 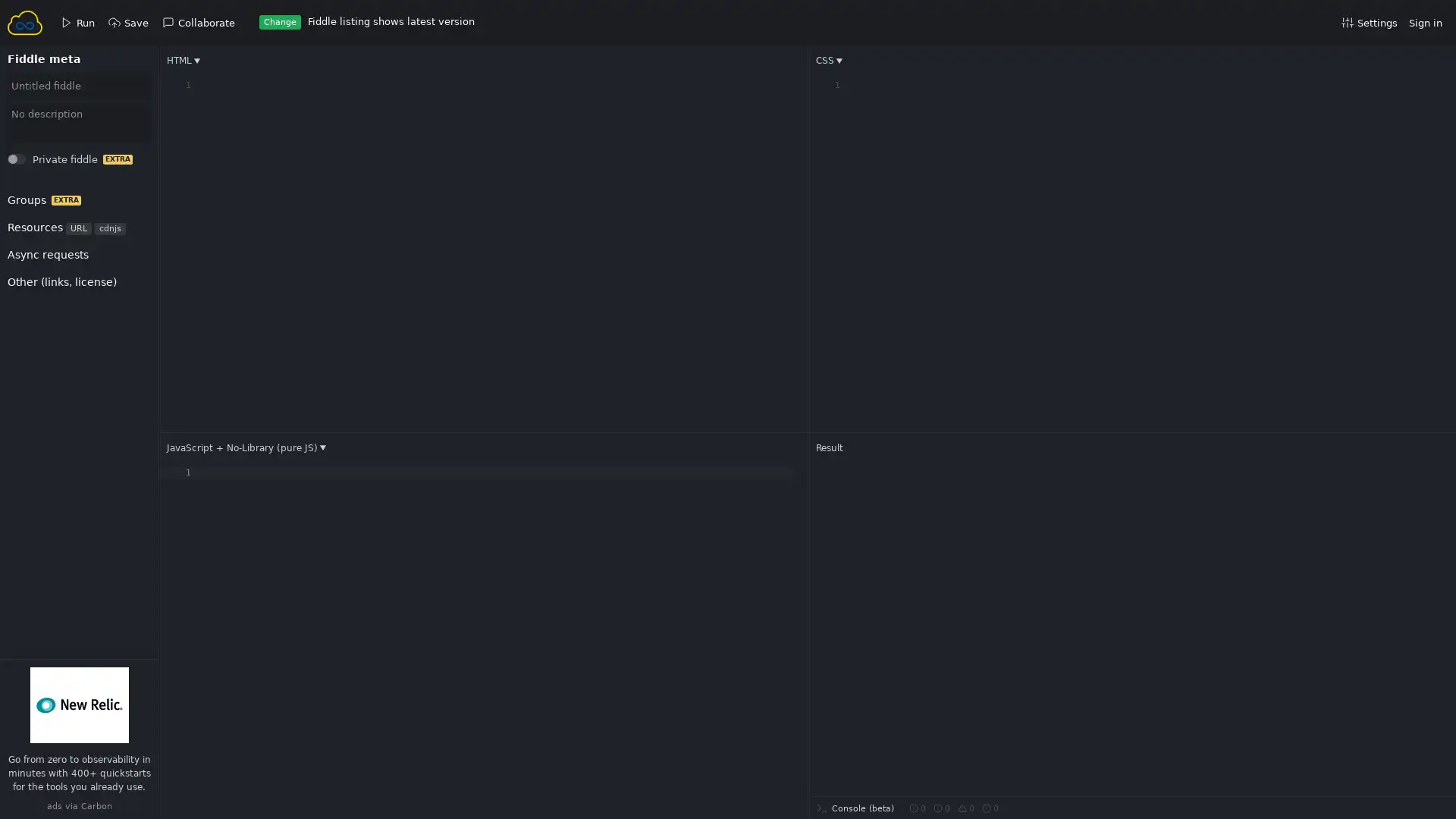 I want to click on Fork, so click(x=31, y=163).